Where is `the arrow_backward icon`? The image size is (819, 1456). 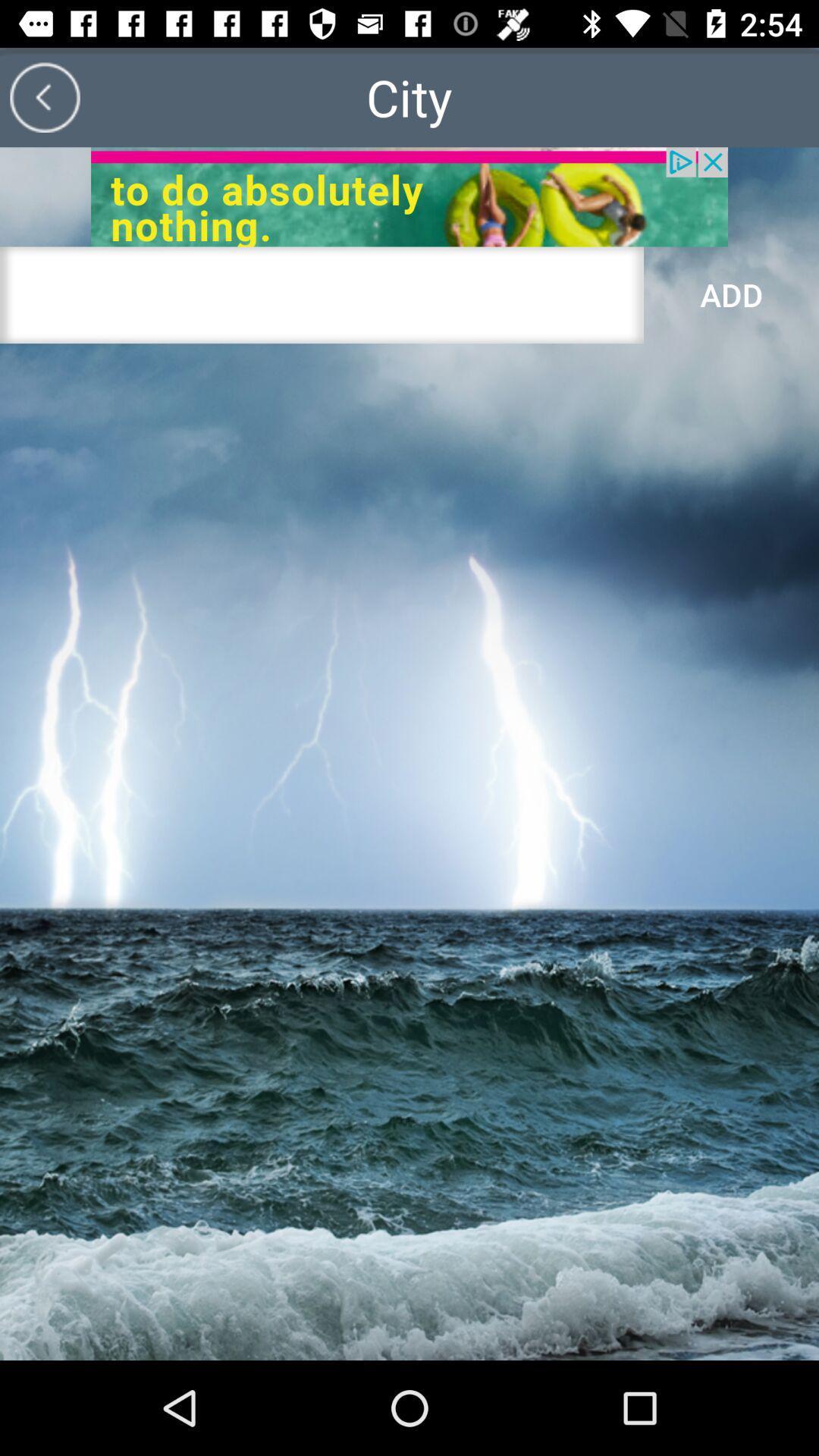
the arrow_backward icon is located at coordinates (44, 96).